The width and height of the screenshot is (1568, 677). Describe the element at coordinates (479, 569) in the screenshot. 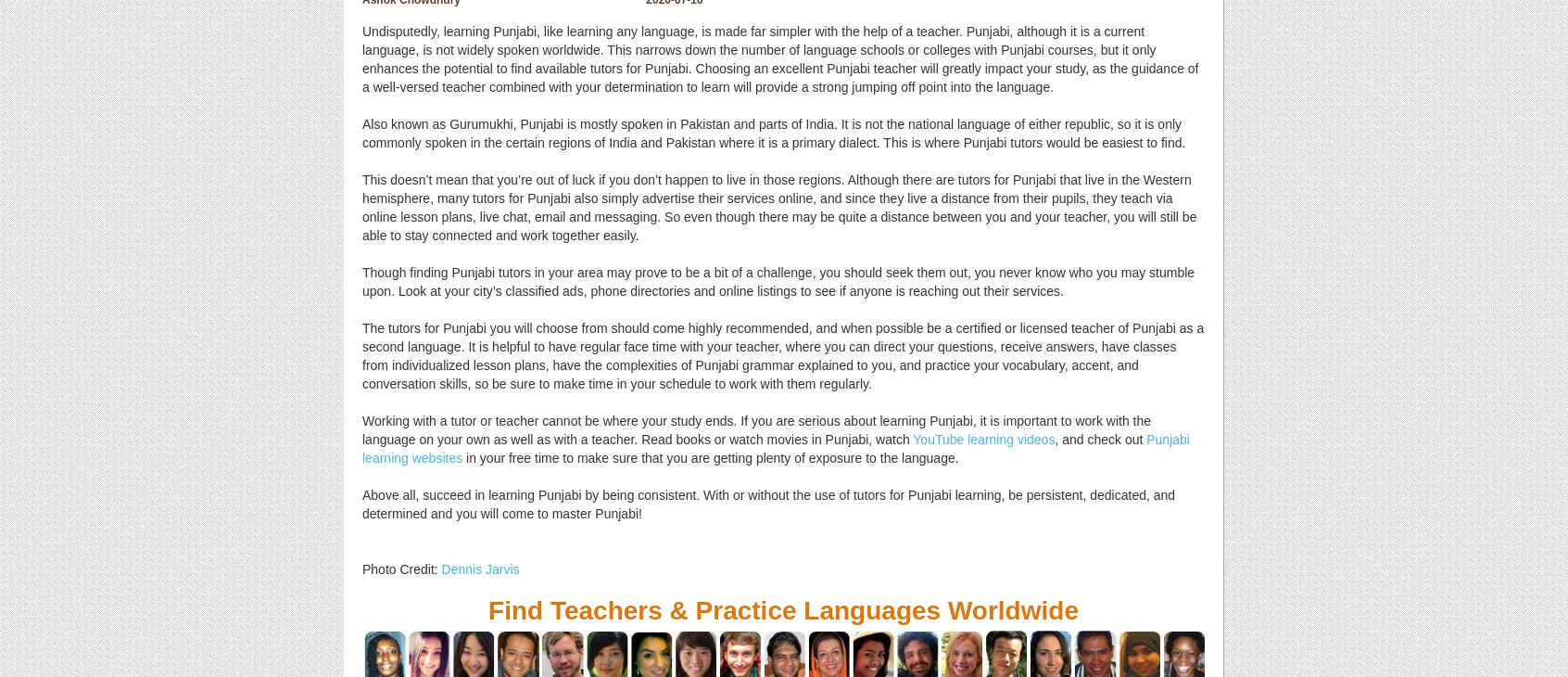

I see `'Dennis Jarvis'` at that location.